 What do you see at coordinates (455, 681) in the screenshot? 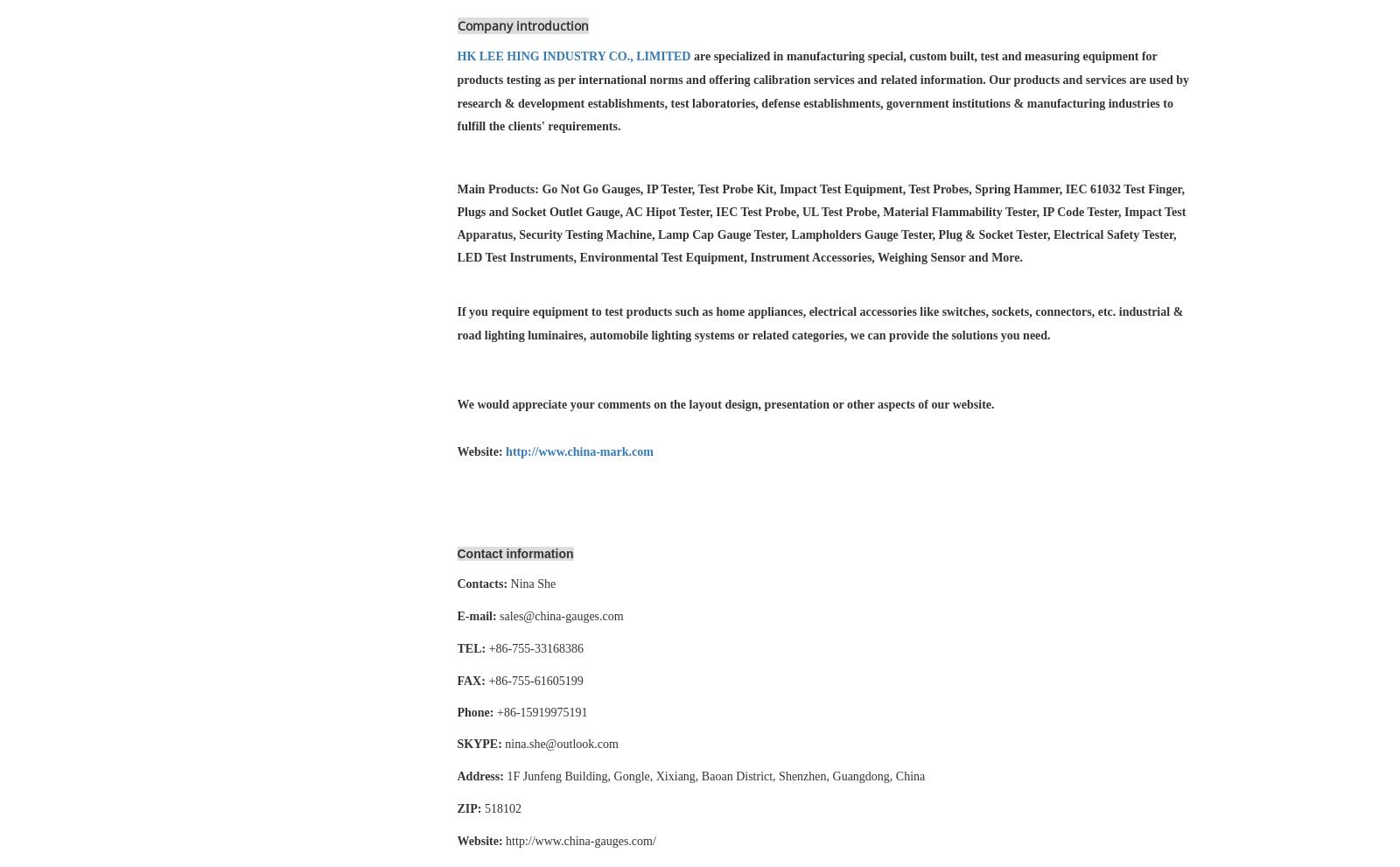
I see `'FAX:'` at bounding box center [455, 681].